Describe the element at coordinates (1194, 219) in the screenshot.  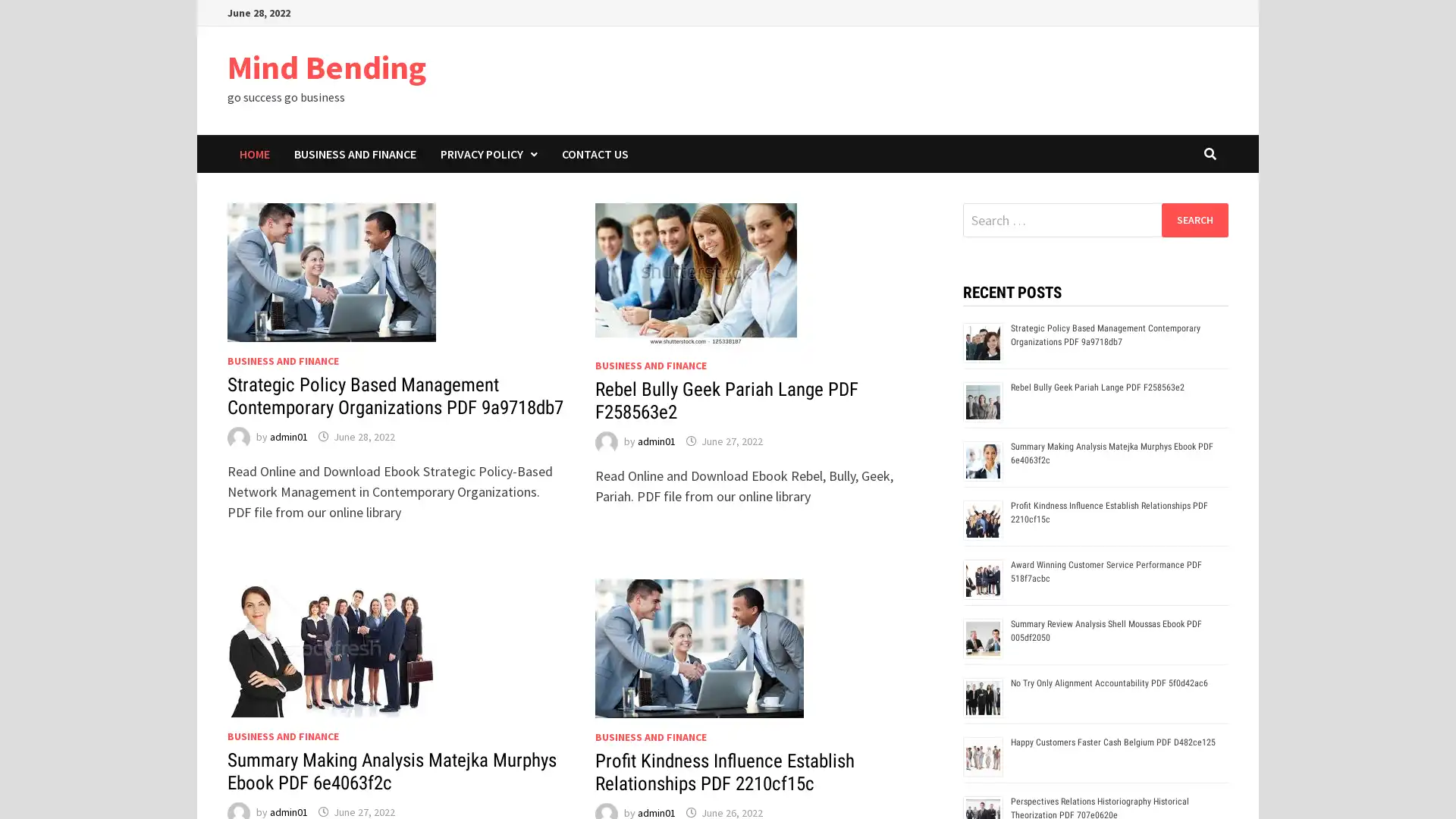
I see `Search` at that location.